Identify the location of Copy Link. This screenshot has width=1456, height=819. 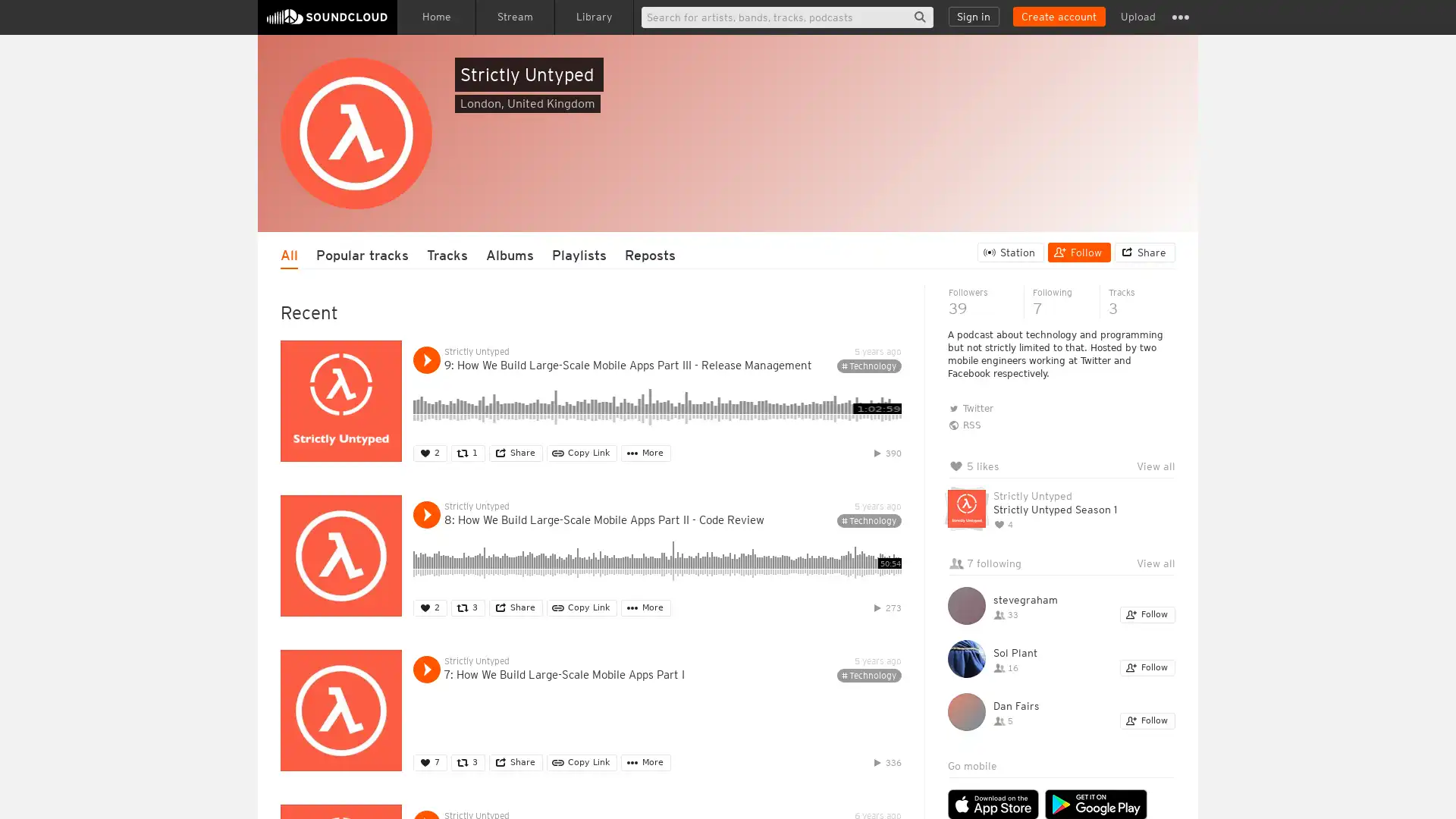
(581, 762).